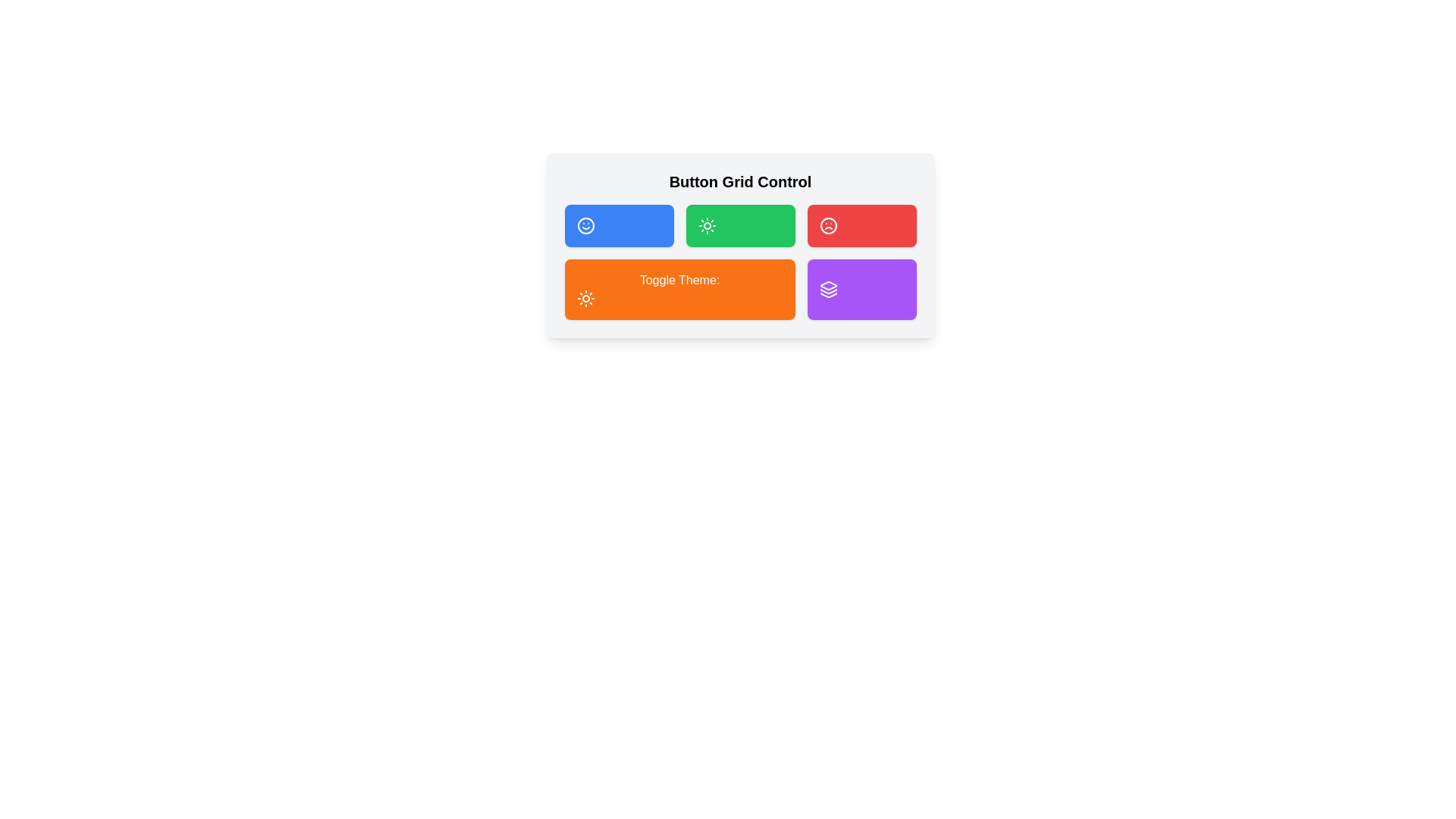 Image resolution: width=1456 pixels, height=819 pixels. What do you see at coordinates (861, 225) in the screenshot?
I see `the sad face button located in the top-right corner of the grid layout` at bounding box center [861, 225].